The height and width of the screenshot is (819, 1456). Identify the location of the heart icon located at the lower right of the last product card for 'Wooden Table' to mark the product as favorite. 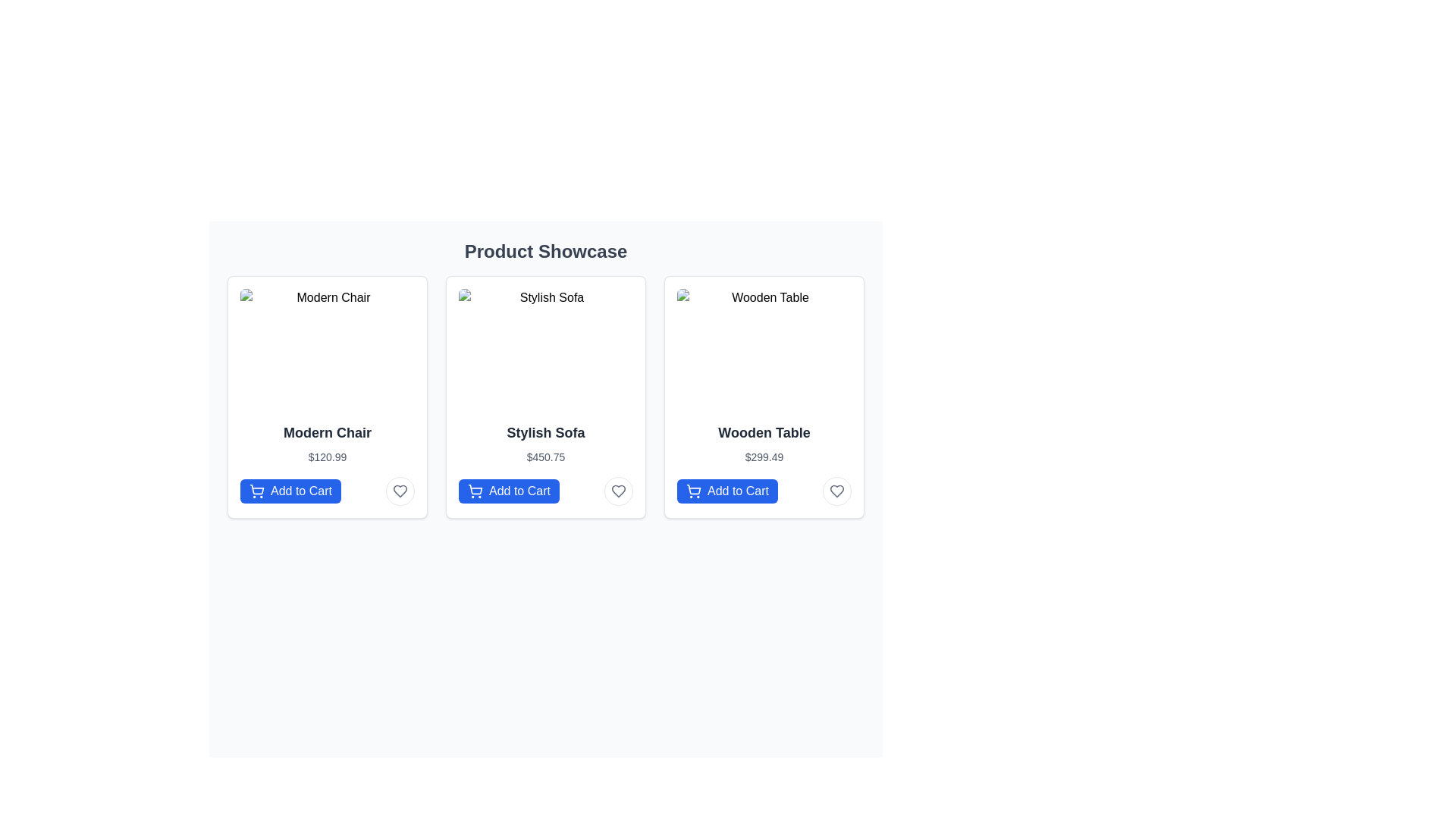
(836, 491).